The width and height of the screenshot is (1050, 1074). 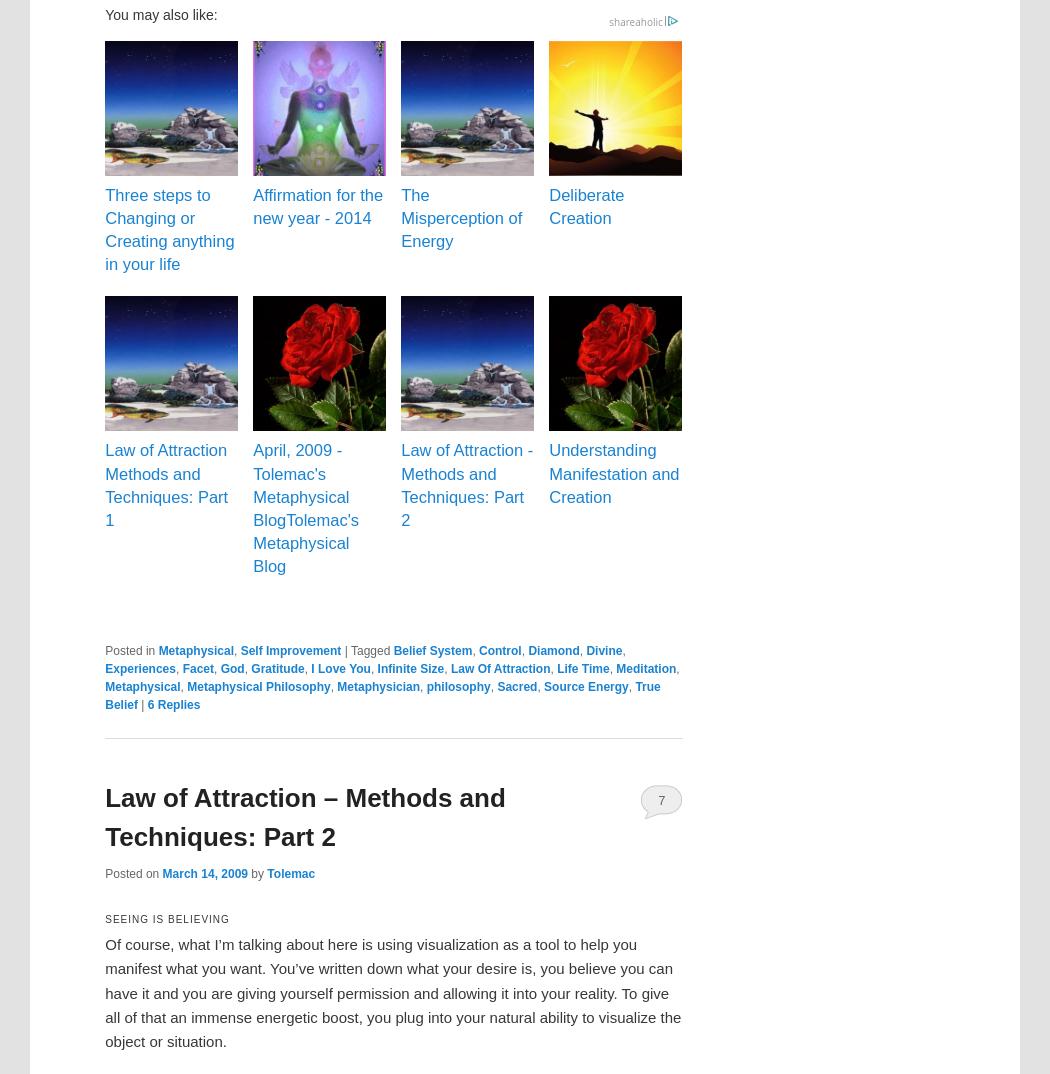 What do you see at coordinates (305, 507) in the screenshot?
I see `'April, 2009 - Tolemac's Metaphysical BlogTolemac's Metaphysical Blog'` at bounding box center [305, 507].